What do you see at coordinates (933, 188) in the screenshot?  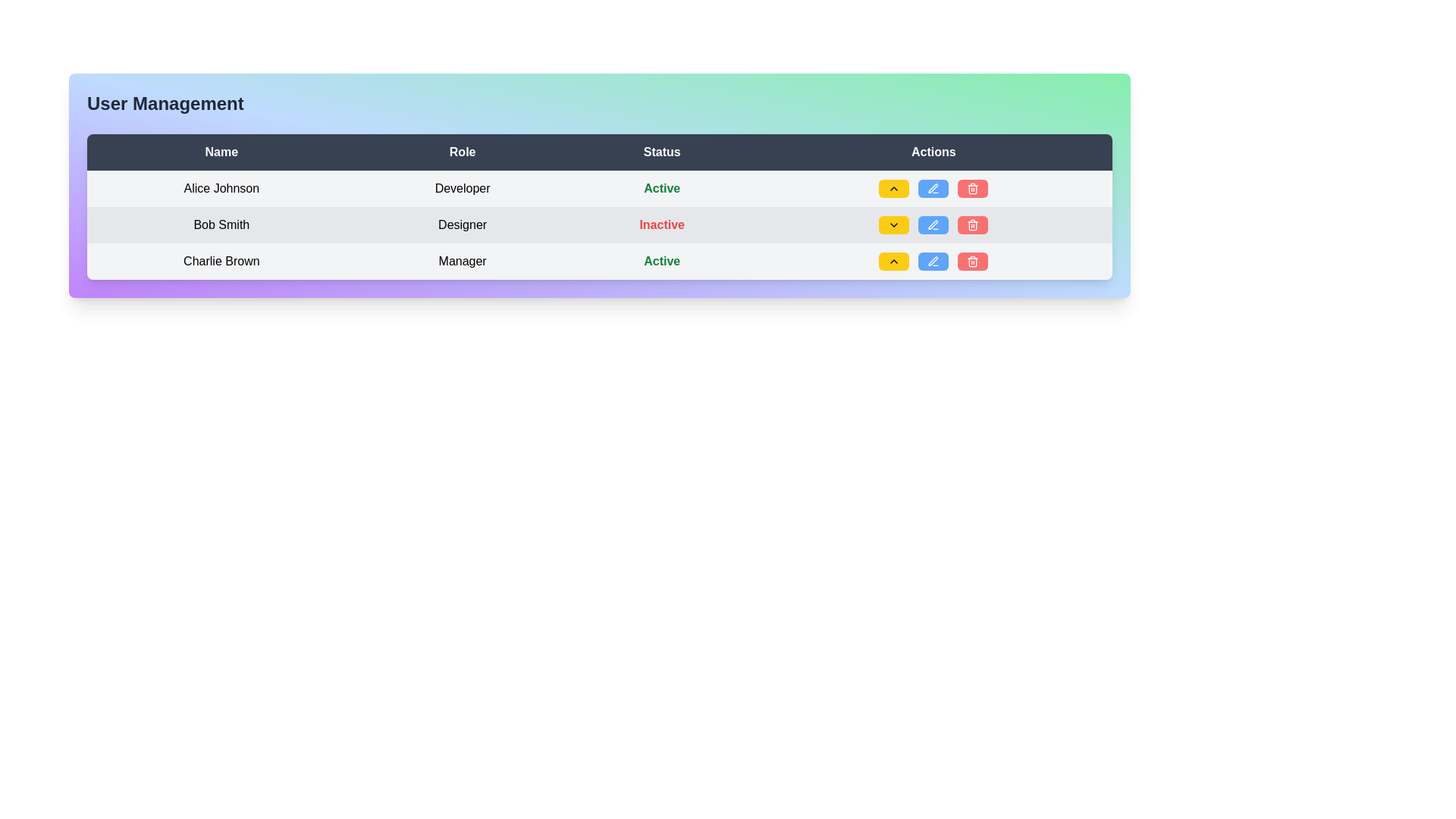 I see `the 'Edit' button in the 'Actions' column for the row containing 'Alice Johnson' and 'Developer'` at bounding box center [933, 188].